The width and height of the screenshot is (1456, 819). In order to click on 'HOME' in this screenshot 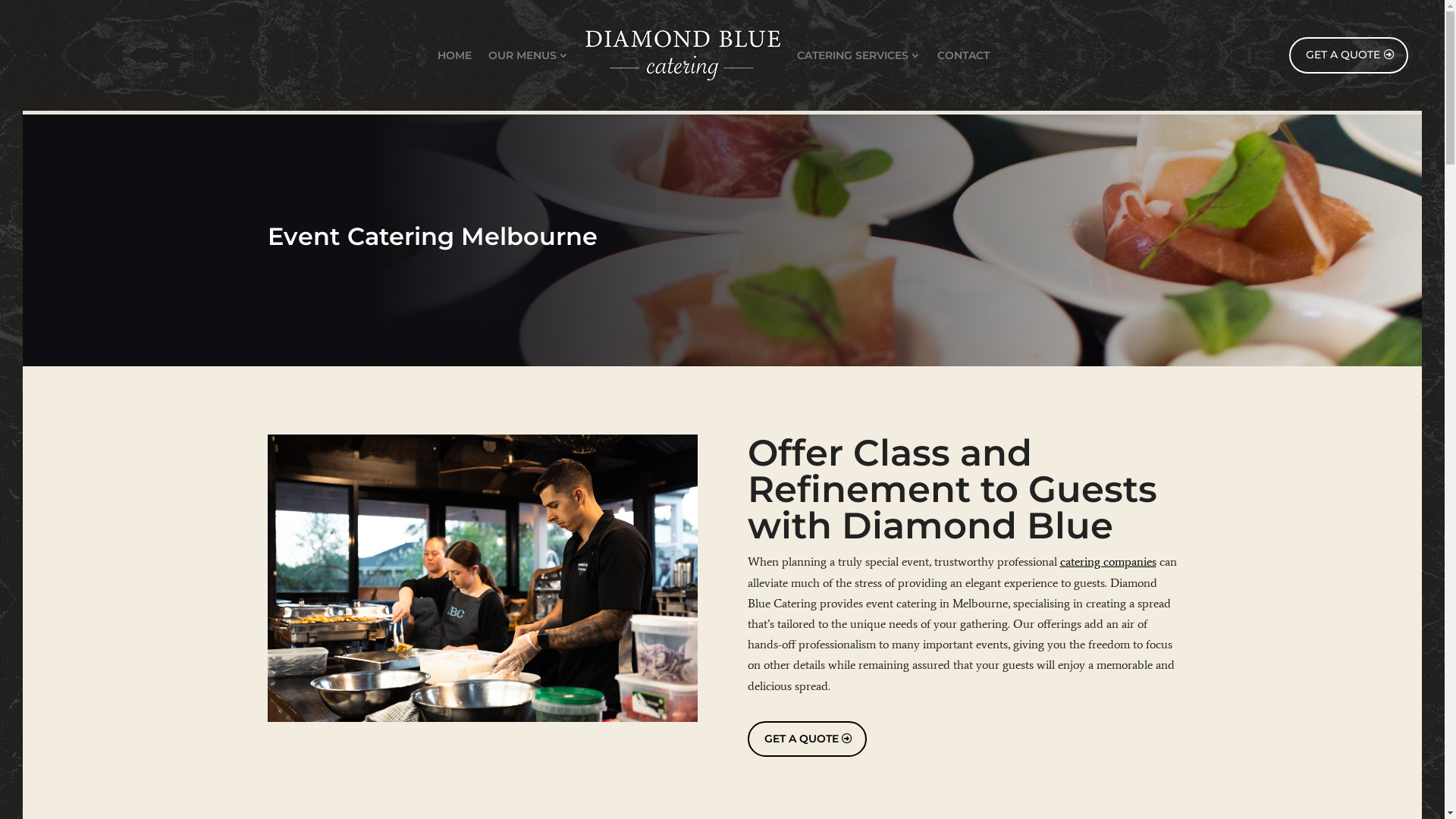, I will do `click(453, 55)`.